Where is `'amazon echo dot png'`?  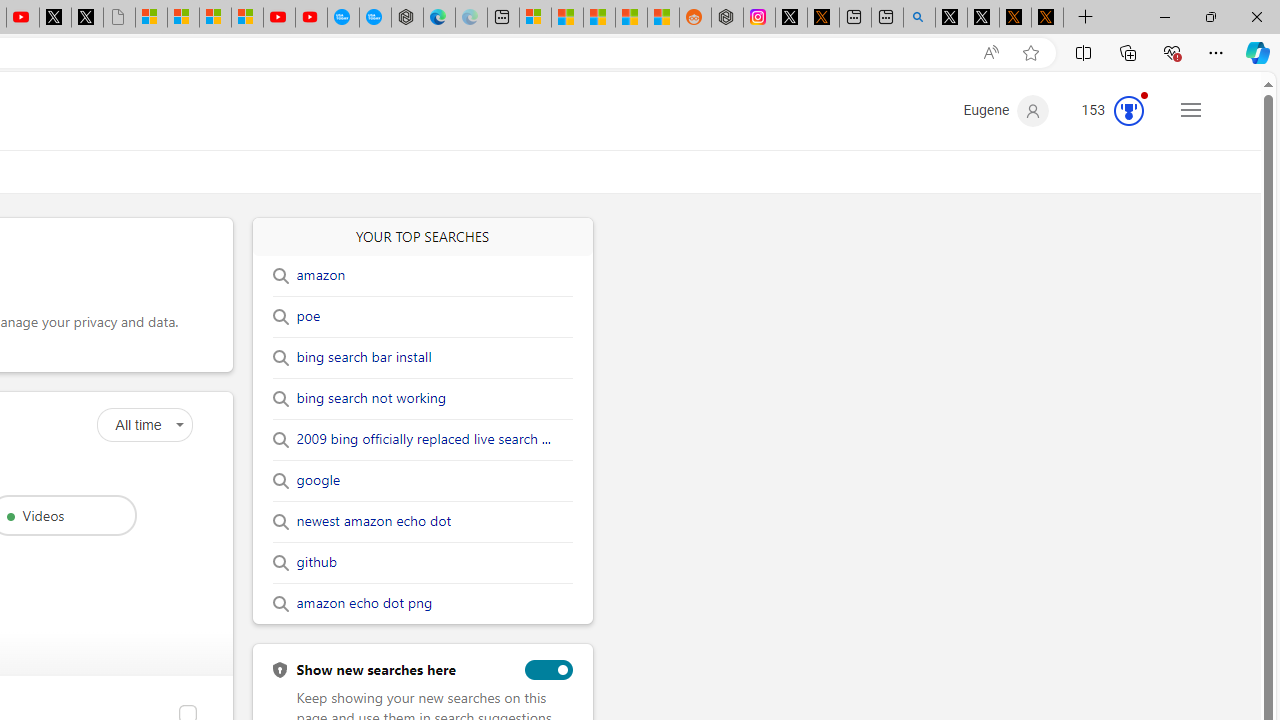 'amazon echo dot png' is located at coordinates (364, 603).